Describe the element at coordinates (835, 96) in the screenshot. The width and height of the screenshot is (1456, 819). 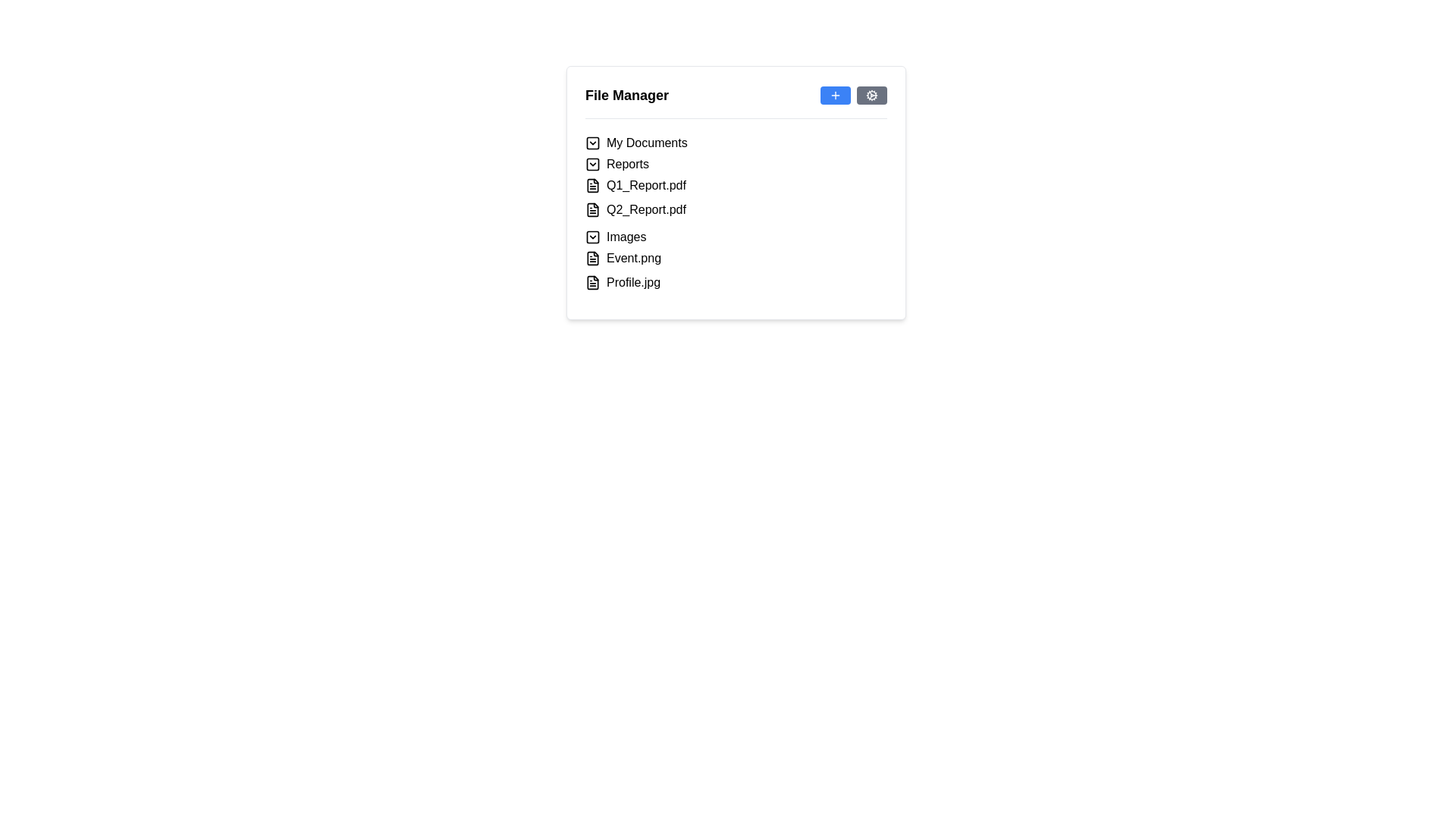
I see `the small blue rectangular button with a white plus icon located in the top right of the 'File Manager' panel` at that location.